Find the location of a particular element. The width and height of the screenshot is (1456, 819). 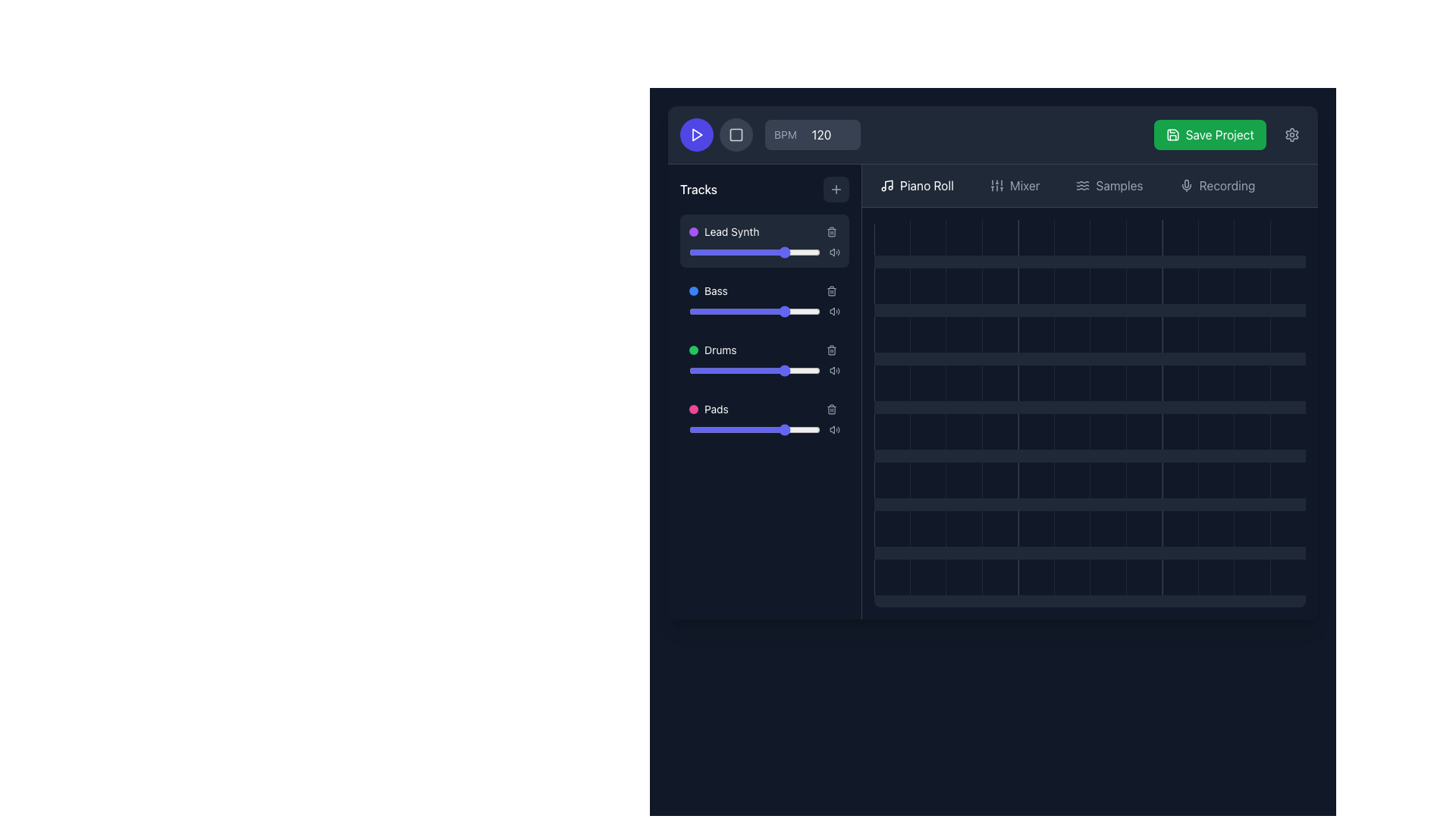

the square-shaped grid cell with a dark gray background located in the sixth column of the last row is located at coordinates (1071, 528).